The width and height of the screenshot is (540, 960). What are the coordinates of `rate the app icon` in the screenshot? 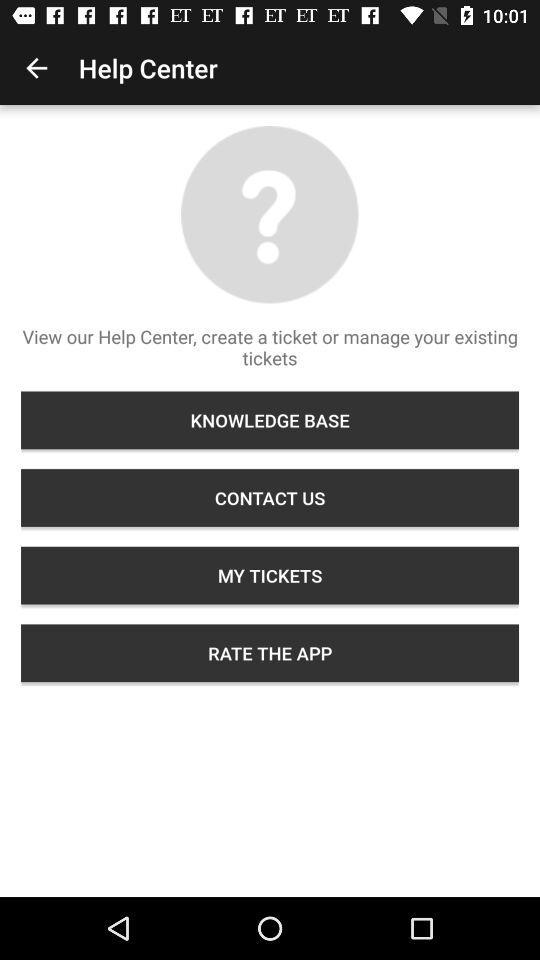 It's located at (270, 652).